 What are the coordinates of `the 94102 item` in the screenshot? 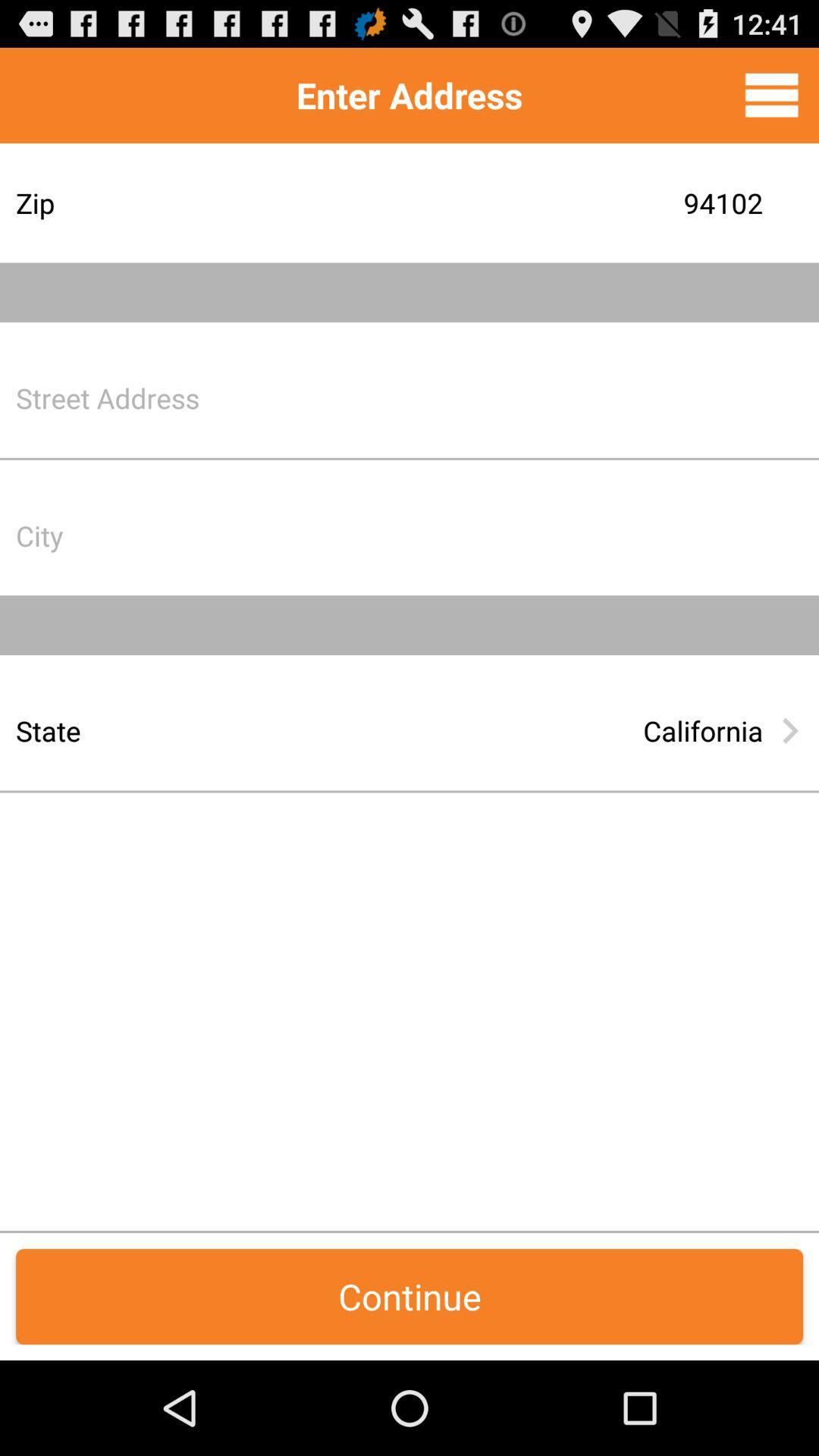 It's located at (526, 202).